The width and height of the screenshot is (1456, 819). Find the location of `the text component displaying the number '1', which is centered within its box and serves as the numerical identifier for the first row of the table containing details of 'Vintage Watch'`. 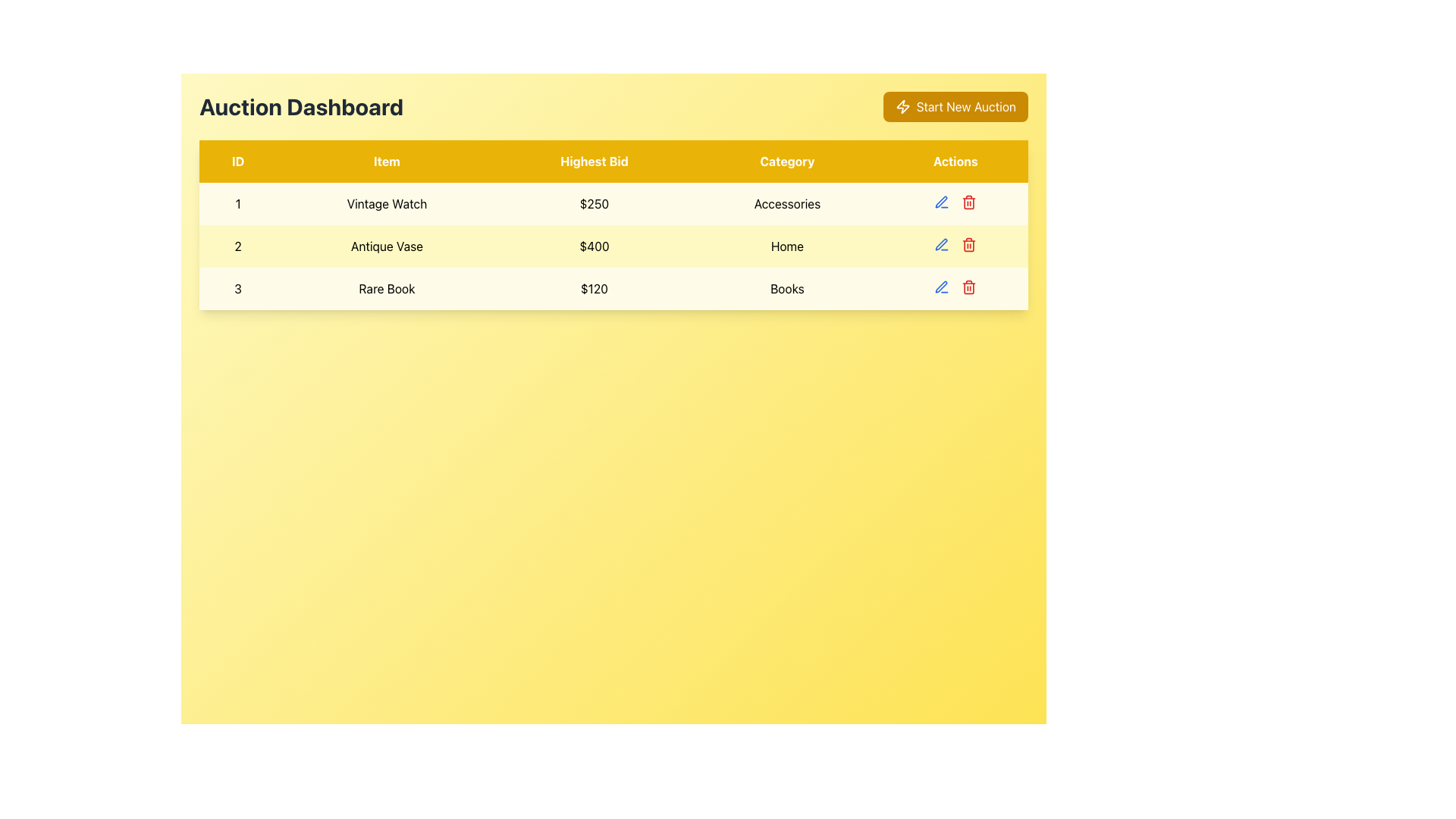

the text component displaying the number '1', which is centered within its box and serves as the numerical identifier for the first row of the table containing details of 'Vintage Watch' is located at coordinates (237, 203).